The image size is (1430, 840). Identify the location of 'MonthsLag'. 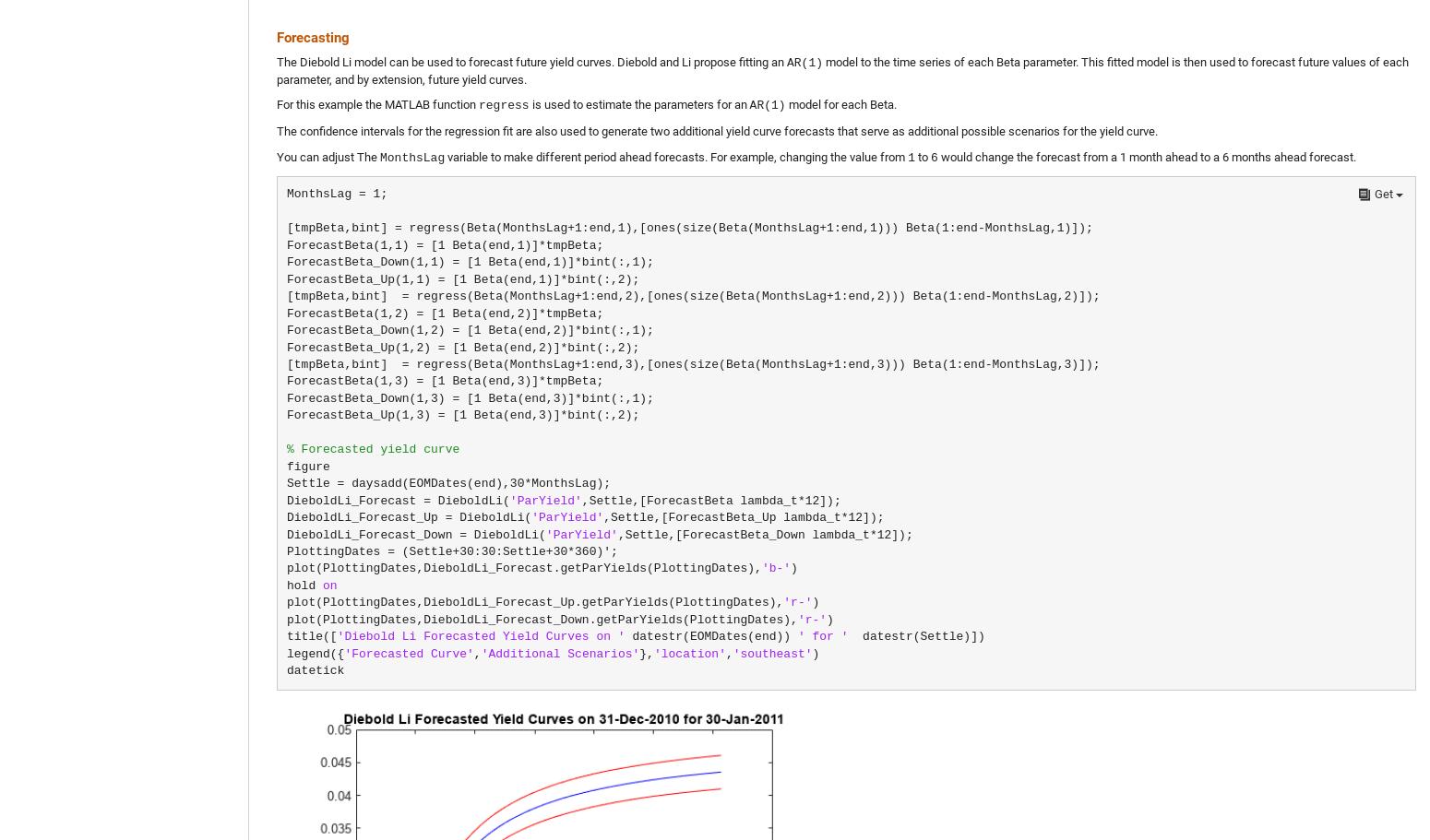
(379, 158).